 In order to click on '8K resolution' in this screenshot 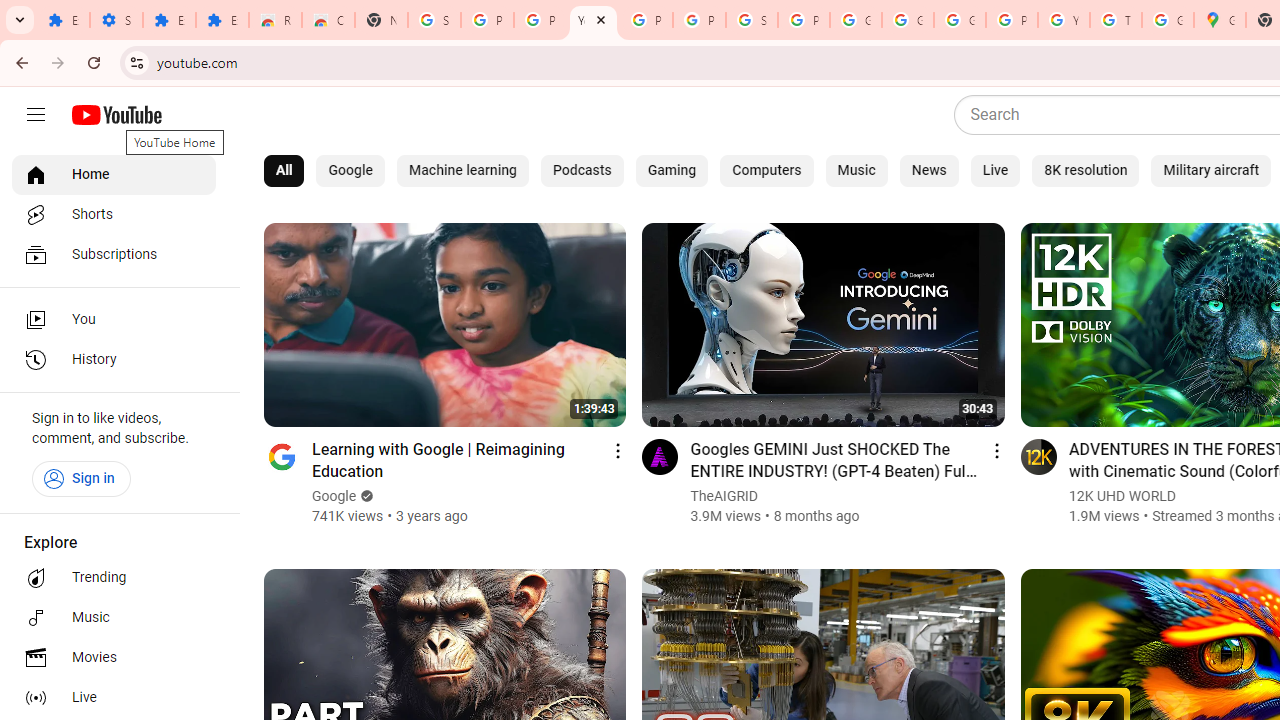, I will do `click(1085, 170)`.